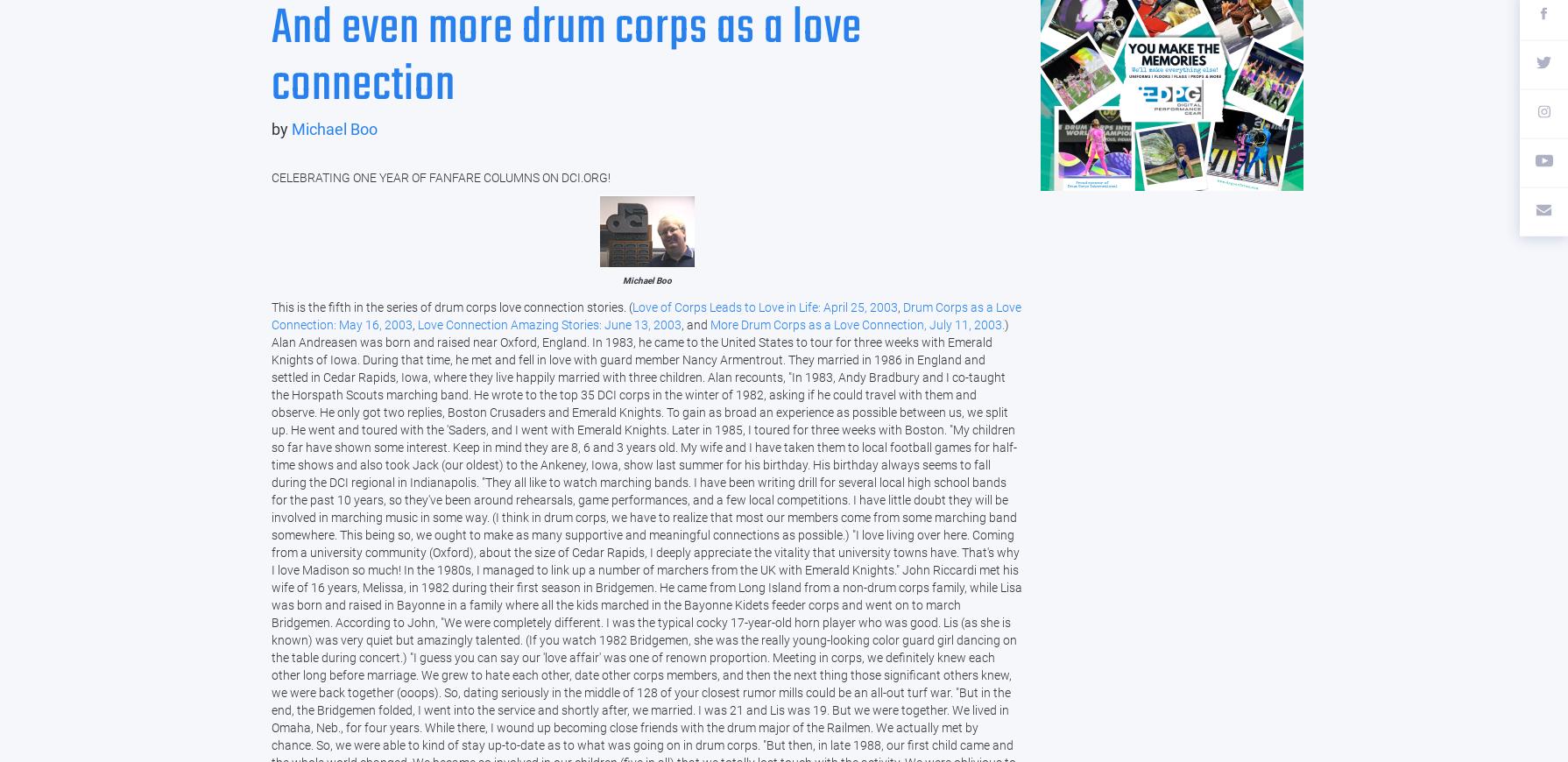  Describe the element at coordinates (440, 176) in the screenshot. I see `'CELEBRATING ONE YEAR OF FANFARE COLUMNS ON DCI.ORG!'` at that location.